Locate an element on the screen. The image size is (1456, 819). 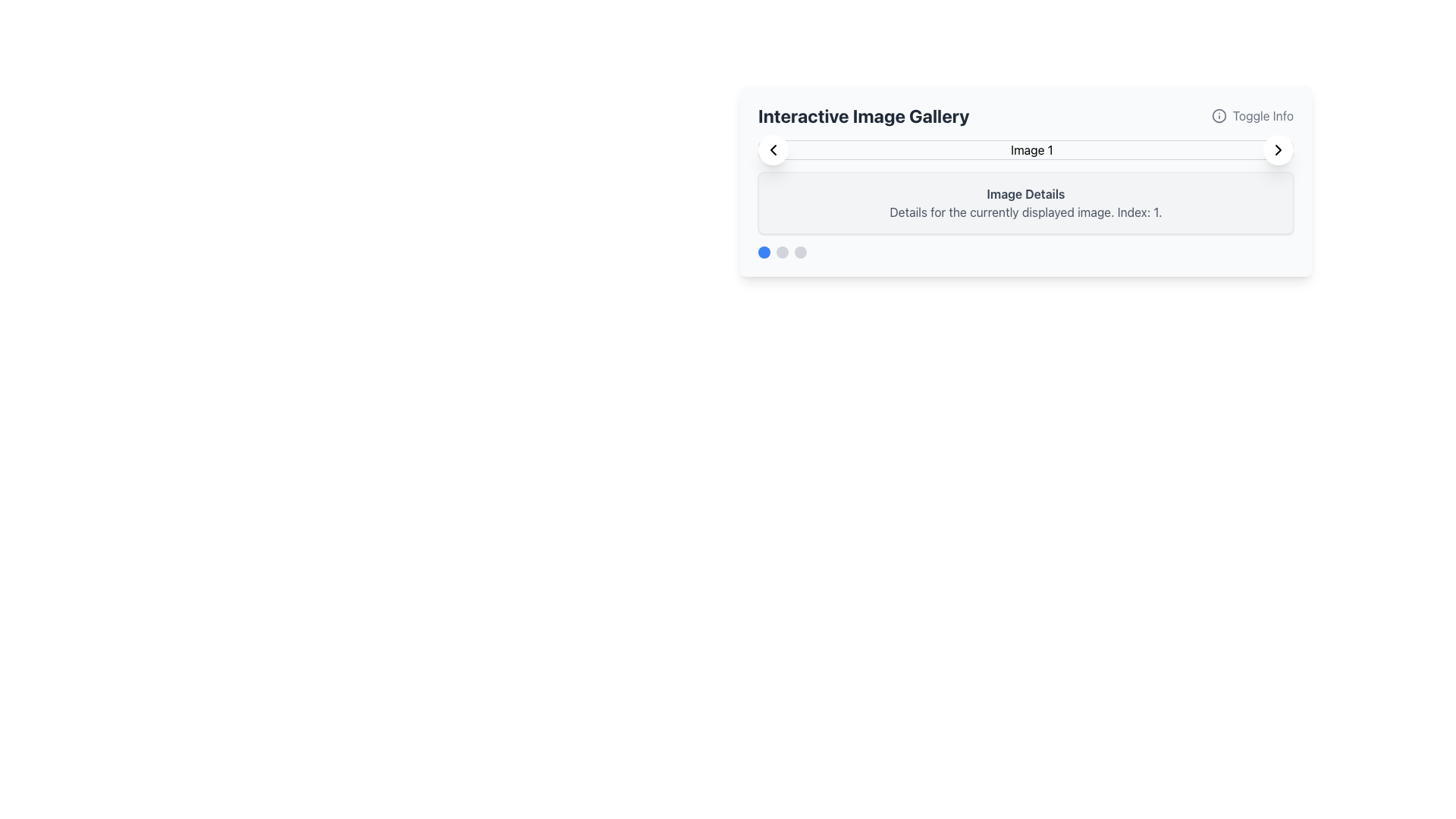
the navigation button with an icon that allows users to go to the previous item in the gallery, located adjacent to the label 'Image 1.' is located at coordinates (773, 149).